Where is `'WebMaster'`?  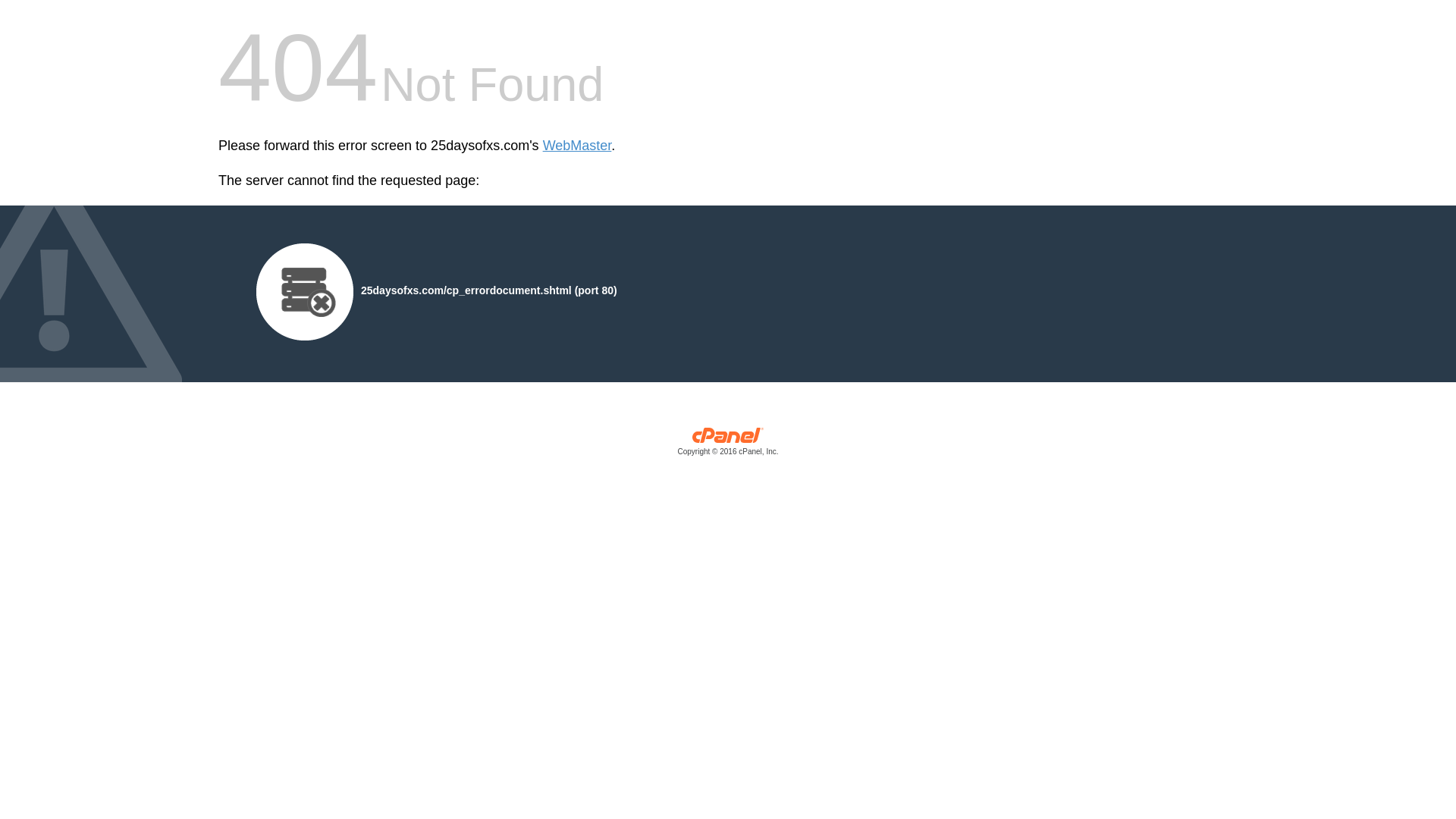 'WebMaster' is located at coordinates (576, 146).